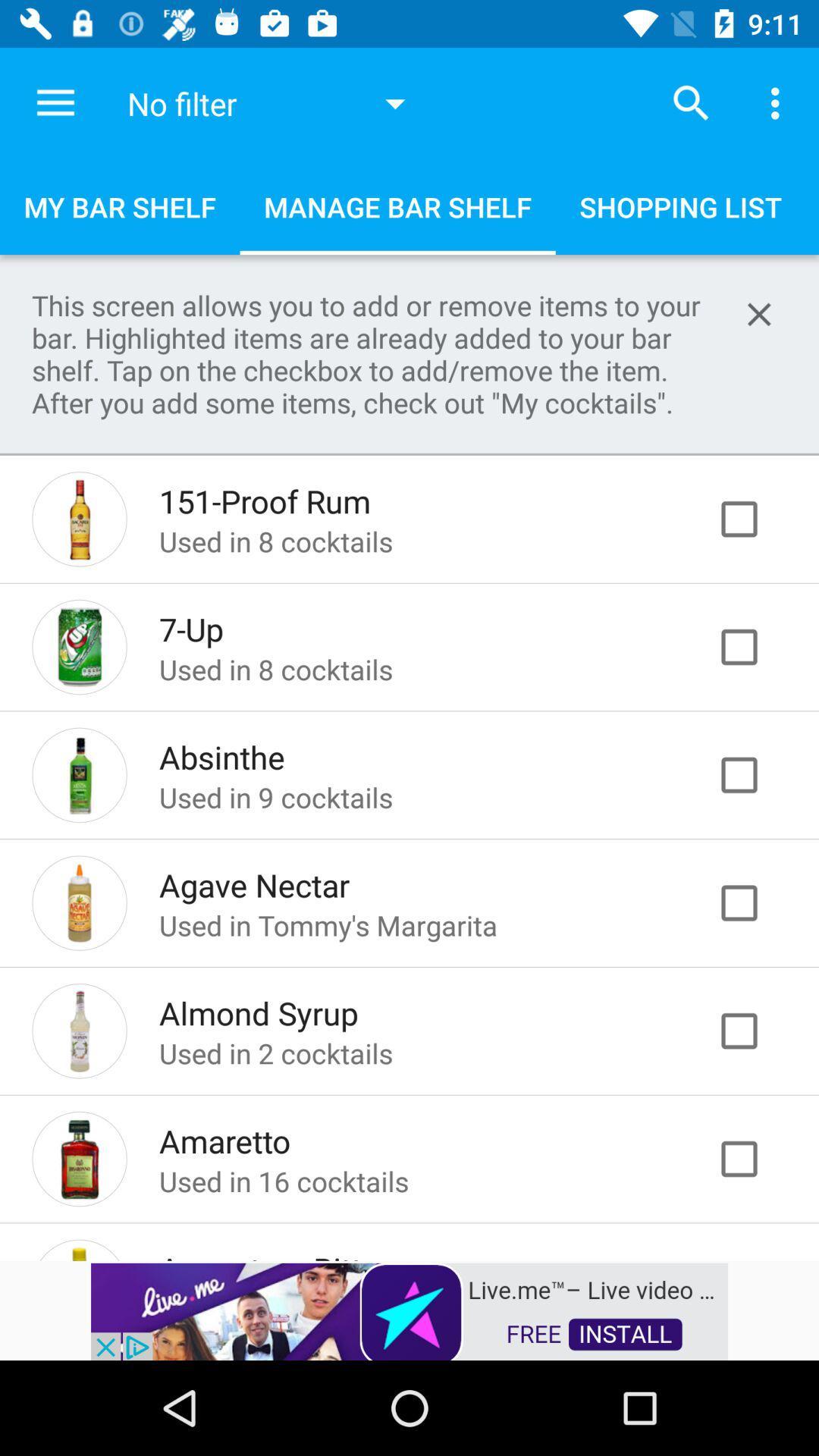 The height and width of the screenshot is (1456, 819). What do you see at coordinates (755, 647) in the screenshot?
I see `check option` at bounding box center [755, 647].